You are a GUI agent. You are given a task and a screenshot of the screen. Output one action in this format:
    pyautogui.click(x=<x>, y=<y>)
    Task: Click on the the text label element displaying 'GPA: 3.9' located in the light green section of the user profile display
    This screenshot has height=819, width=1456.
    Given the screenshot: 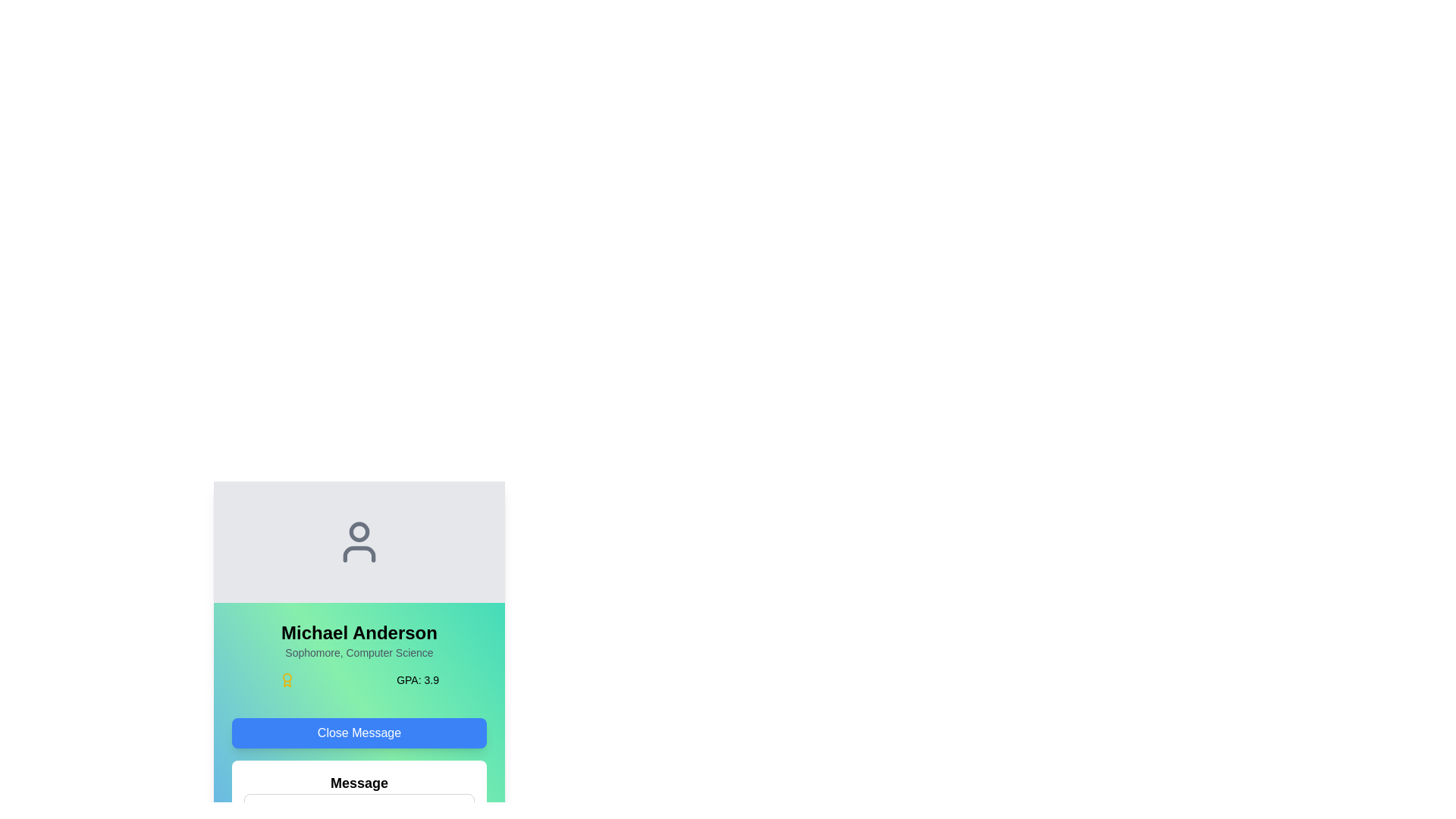 What is the action you would take?
    pyautogui.click(x=418, y=679)
    